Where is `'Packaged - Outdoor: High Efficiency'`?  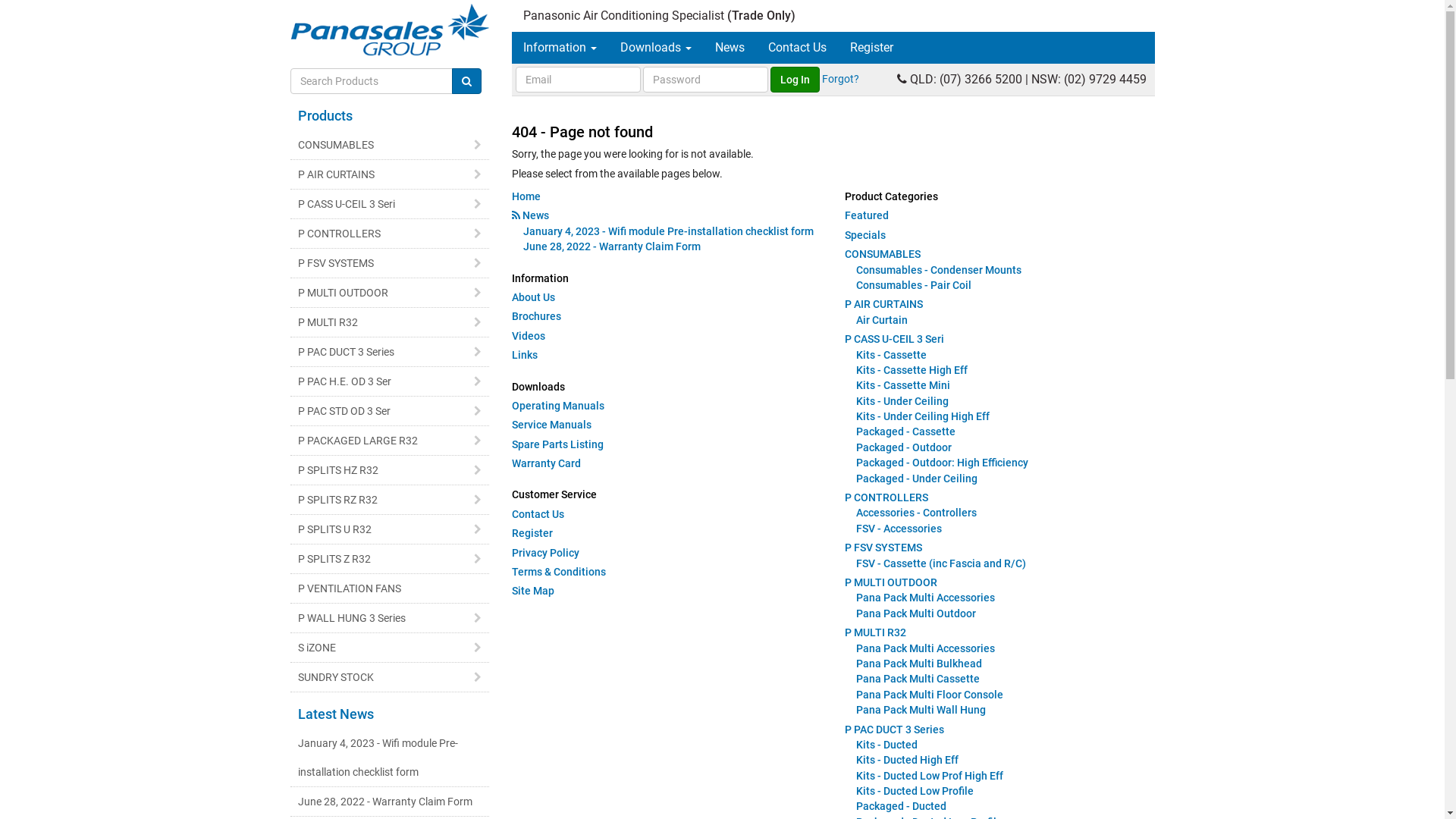
'Packaged - Outdoor: High Efficiency' is located at coordinates (941, 461).